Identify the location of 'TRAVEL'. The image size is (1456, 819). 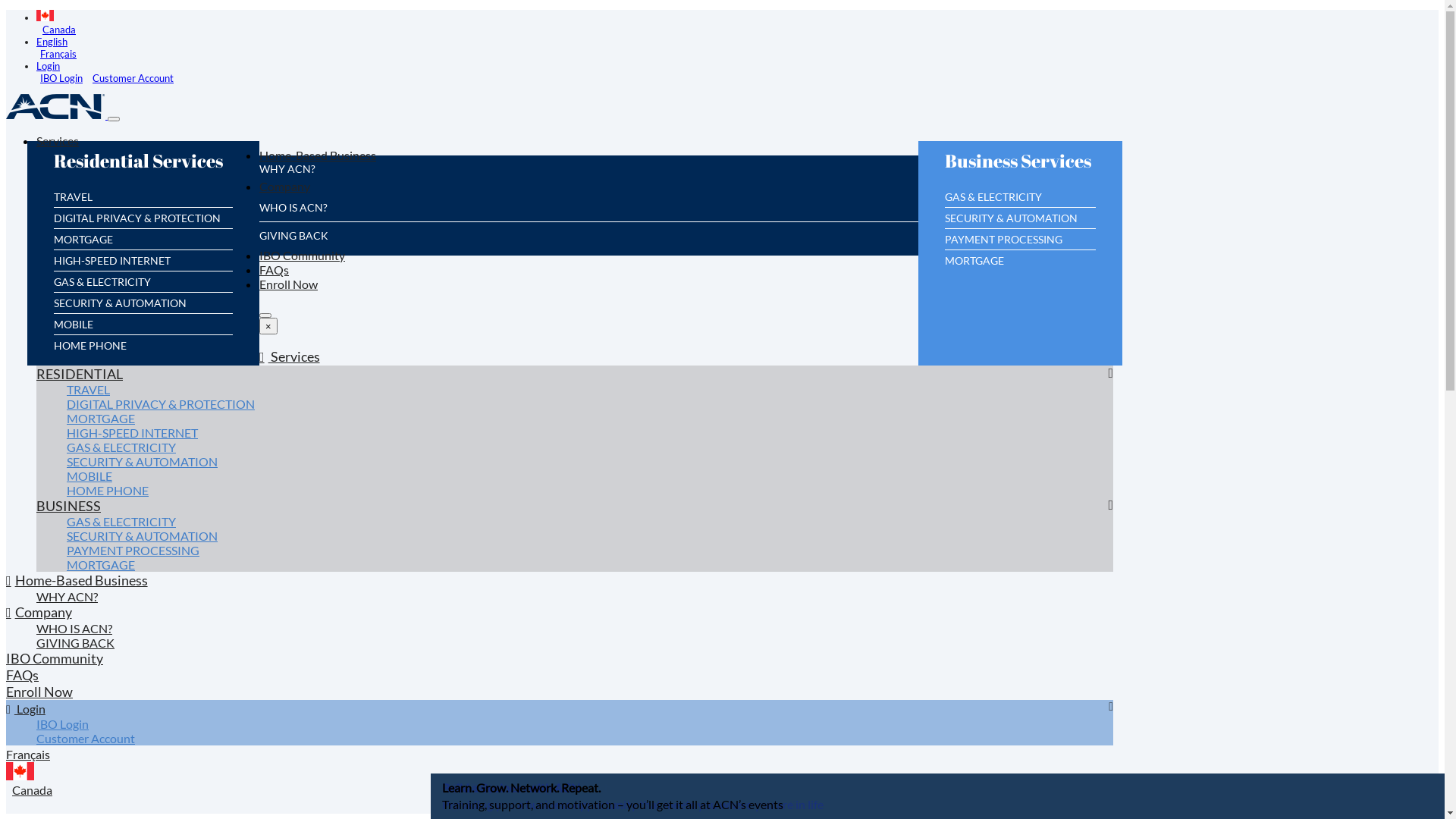
(65, 394).